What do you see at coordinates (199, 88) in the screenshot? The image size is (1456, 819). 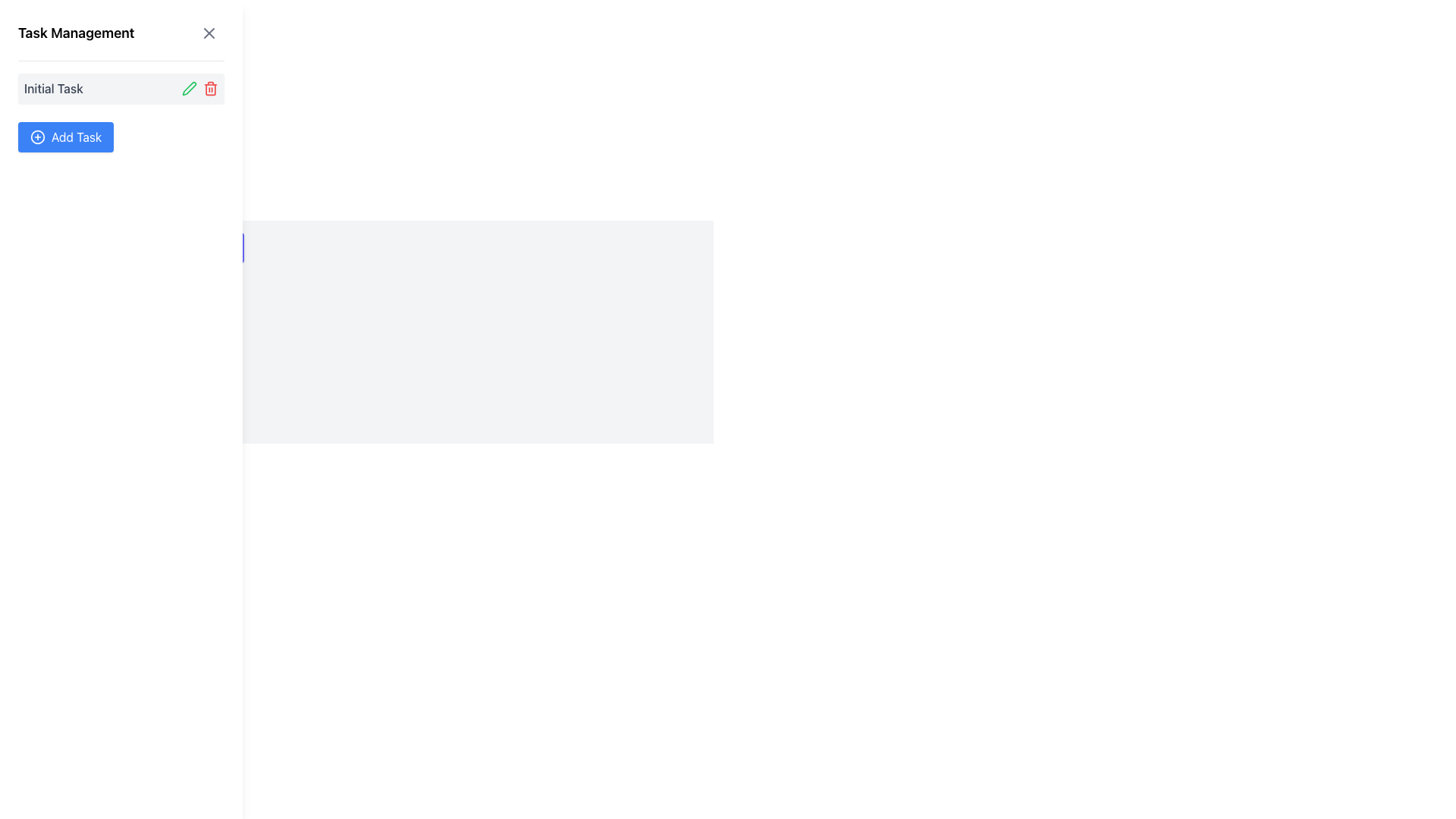 I see `the group of interactive icons for task management functions located to the right of the 'Initial Task' label` at bounding box center [199, 88].